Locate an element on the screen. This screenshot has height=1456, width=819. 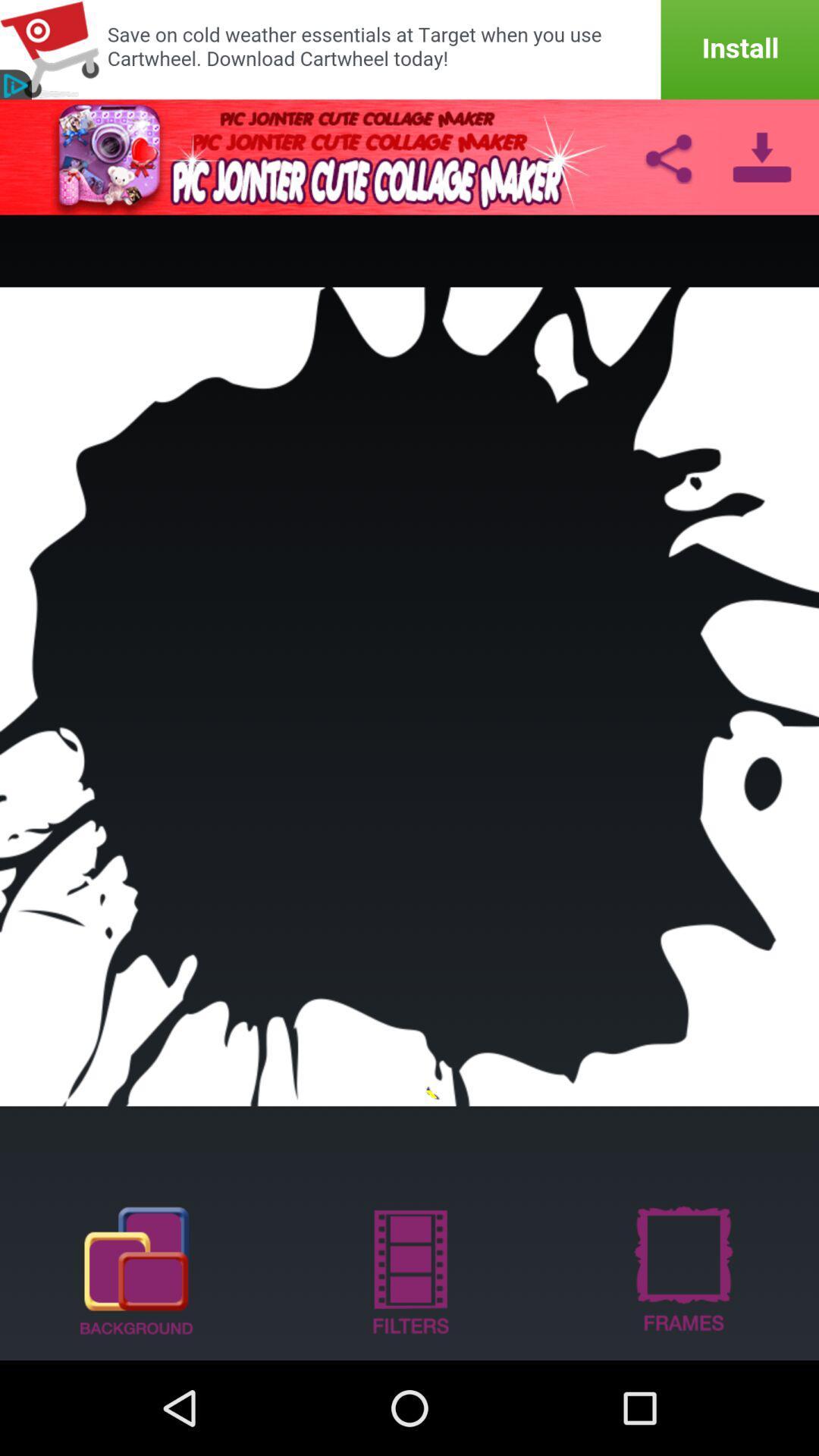
the share icon is located at coordinates (667, 168).